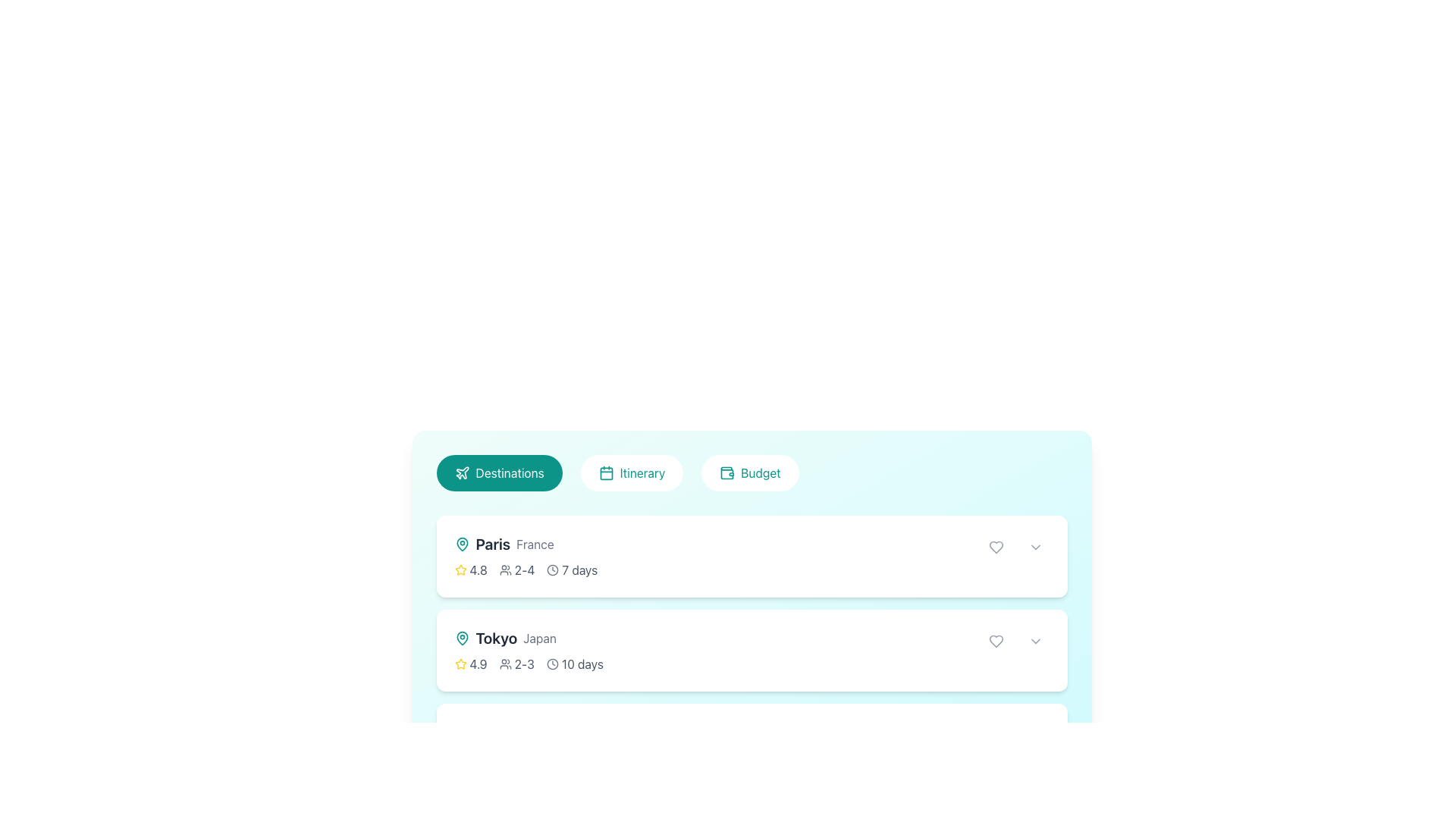 The width and height of the screenshot is (1456, 819). Describe the element at coordinates (461, 543) in the screenshot. I see `the teal teardrop-shaped pin icon located in the bottom-left corner of the 'Tokyo, Japan' entry` at that location.